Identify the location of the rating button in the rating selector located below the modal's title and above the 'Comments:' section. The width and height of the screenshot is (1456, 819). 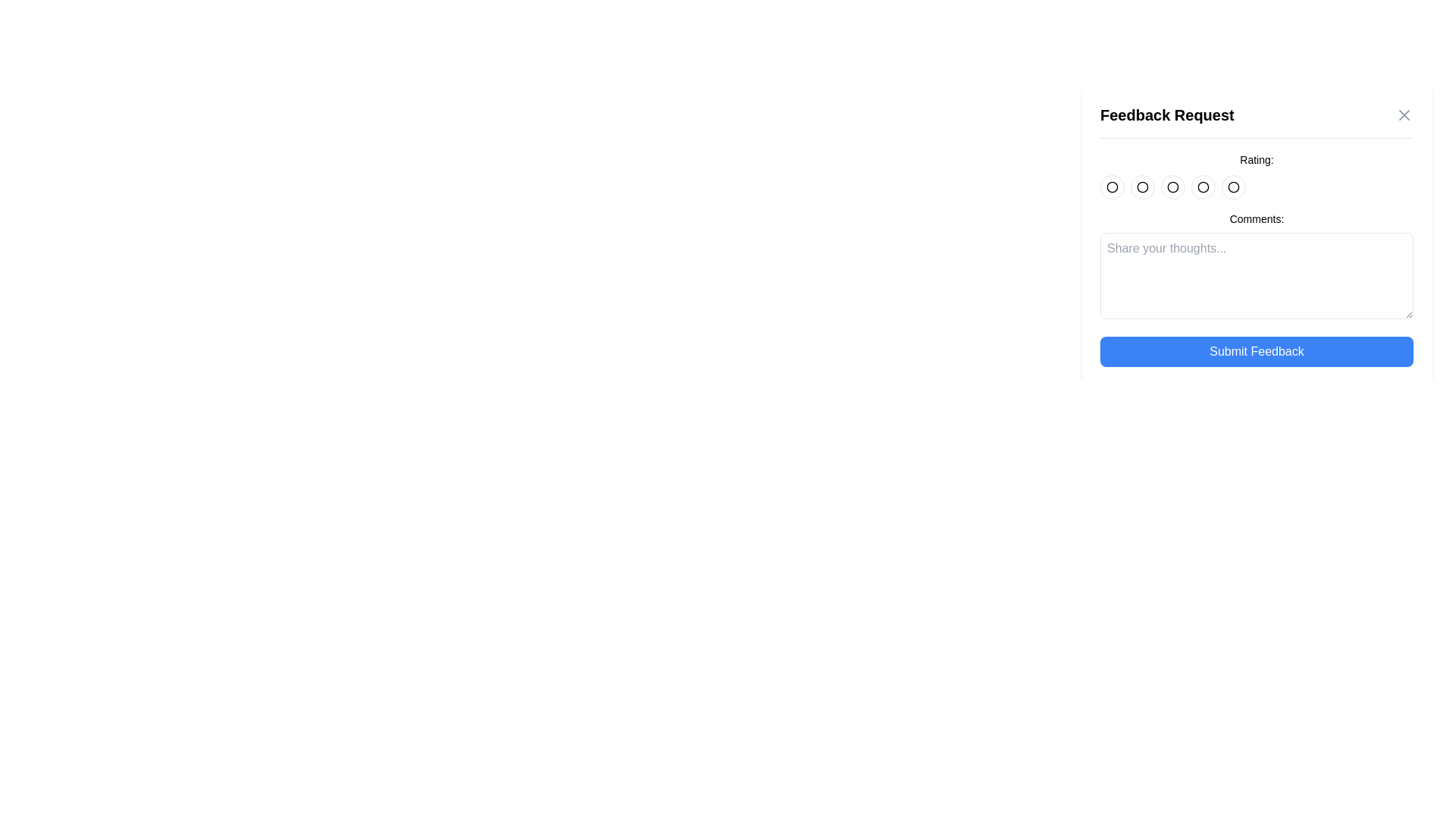
(1257, 174).